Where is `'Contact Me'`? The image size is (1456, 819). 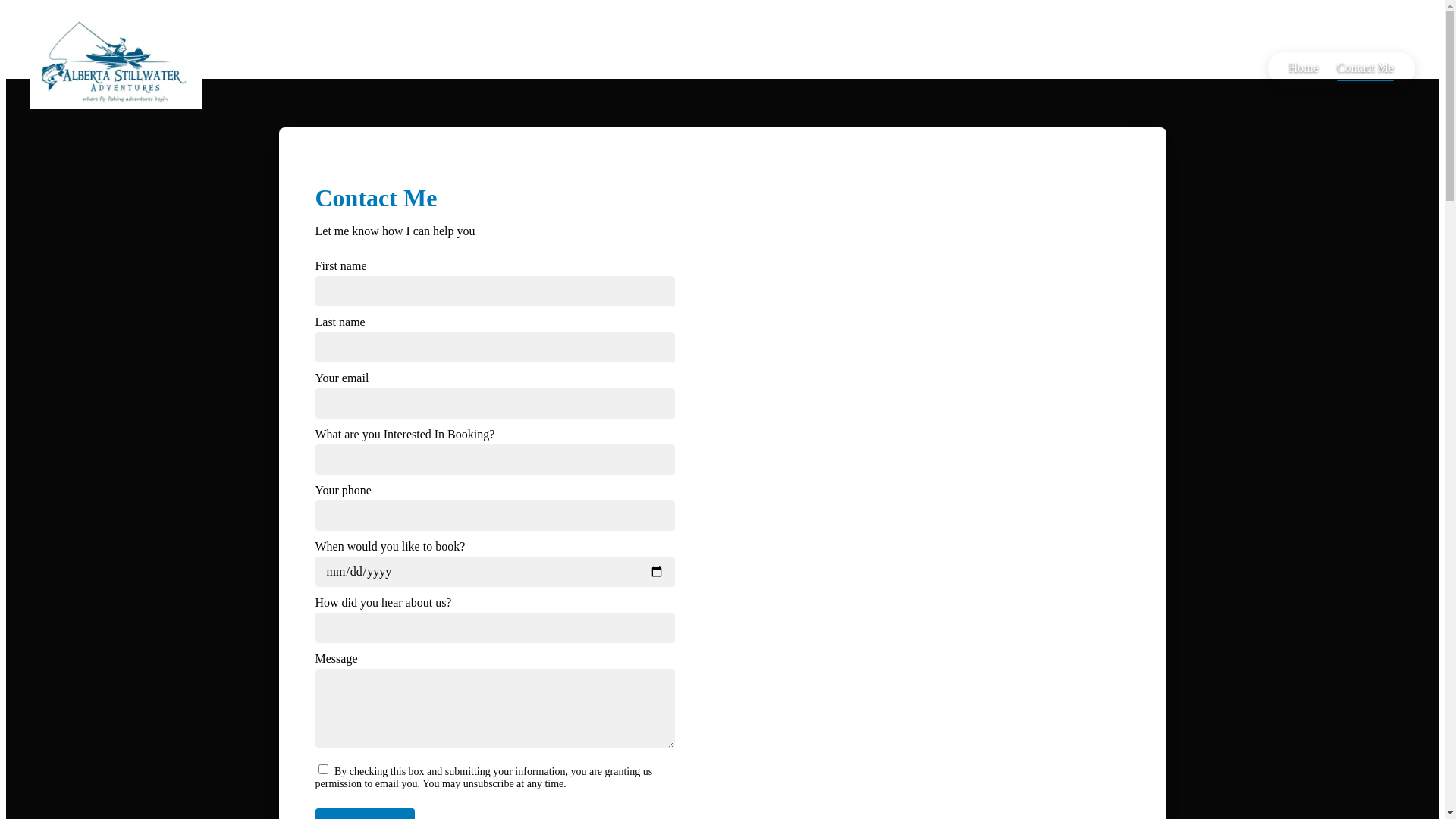 'Contact Me' is located at coordinates (1327, 67).